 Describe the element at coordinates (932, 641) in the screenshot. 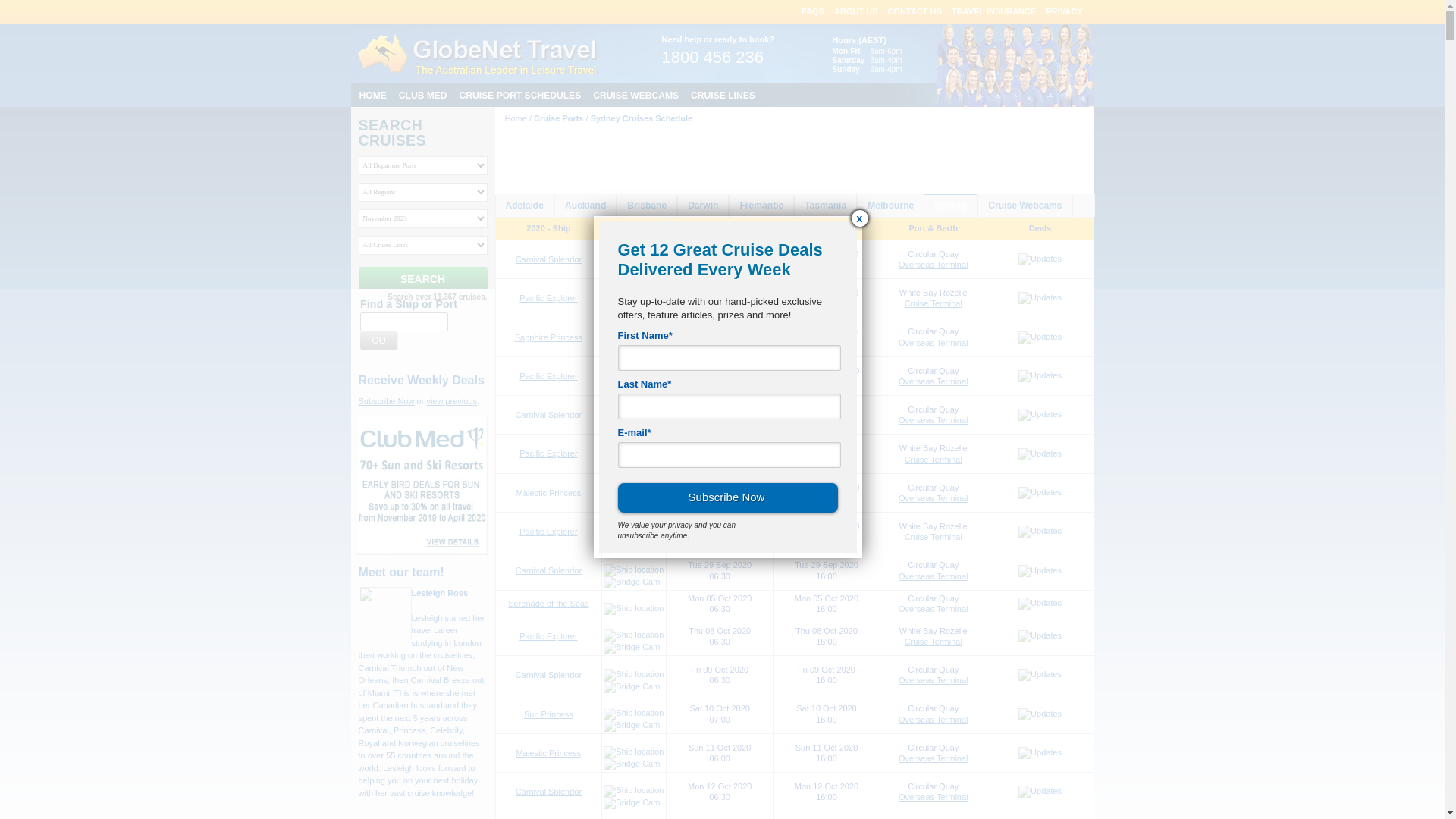

I see `'Cruise Terminal'` at that location.